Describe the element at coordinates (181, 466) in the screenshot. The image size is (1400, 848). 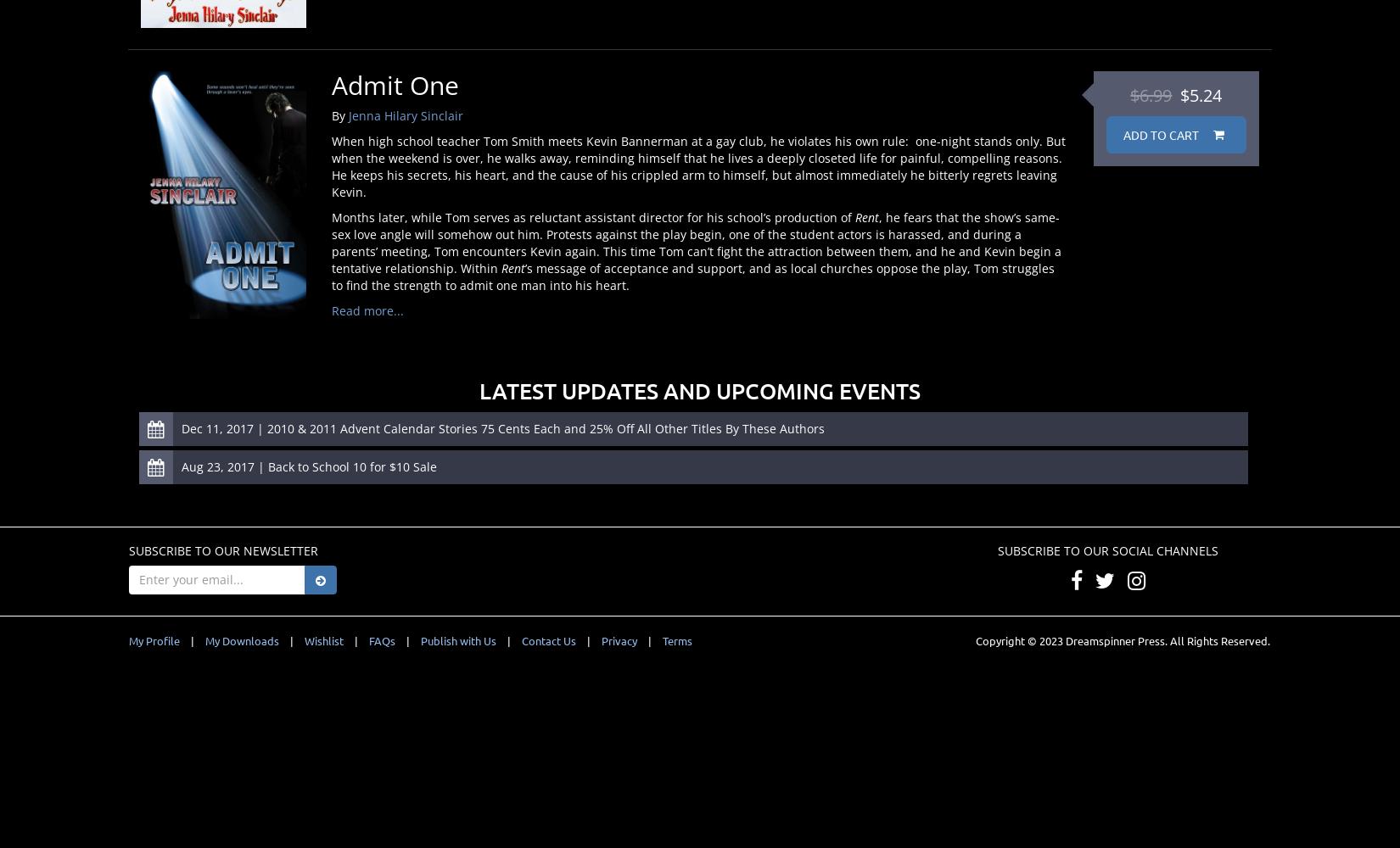
I see `'Aug 23, 2017 | Back to School 10 for $10 Sale'` at that location.